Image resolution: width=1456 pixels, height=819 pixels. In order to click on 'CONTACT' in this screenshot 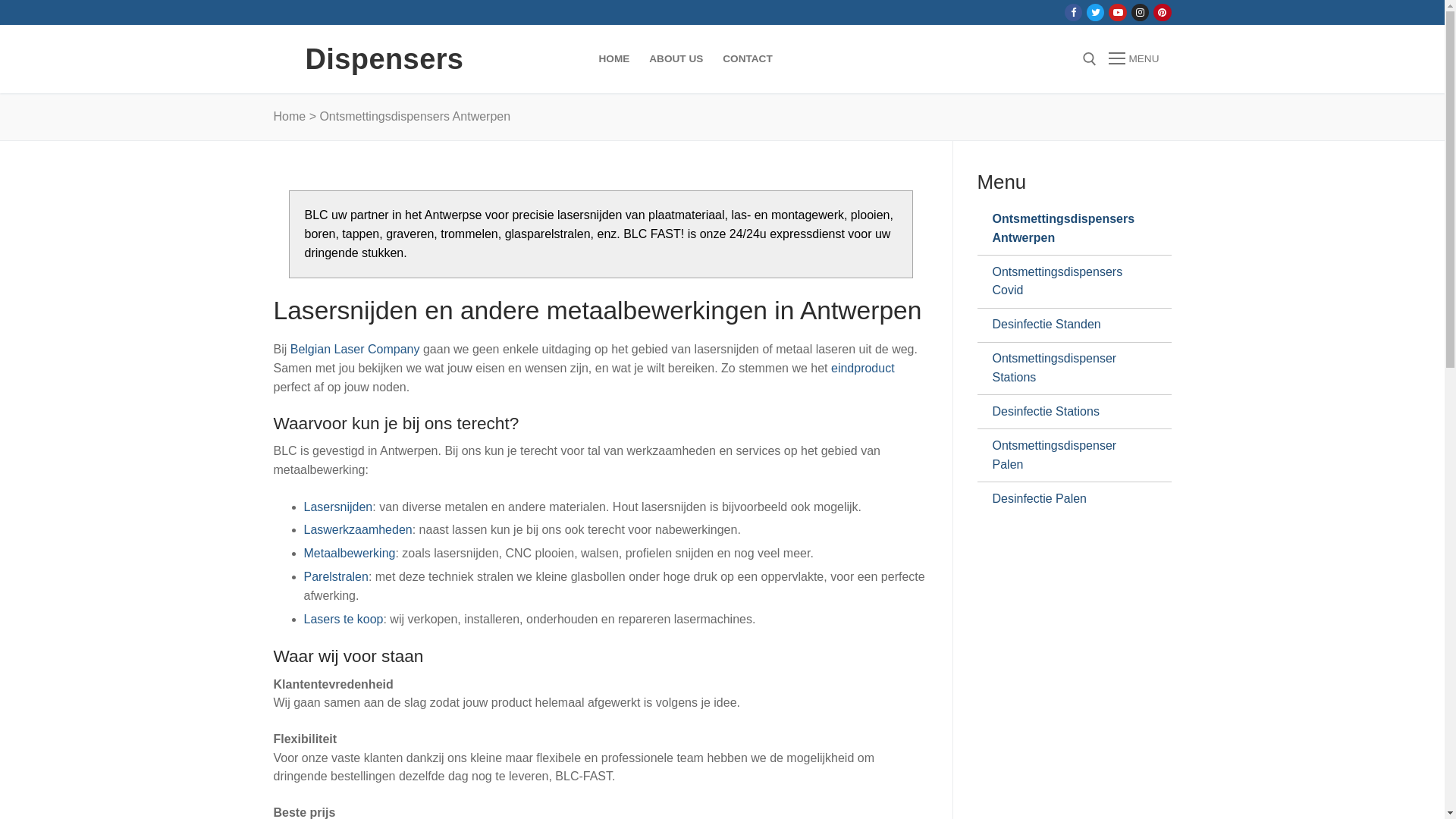, I will do `click(712, 58)`.